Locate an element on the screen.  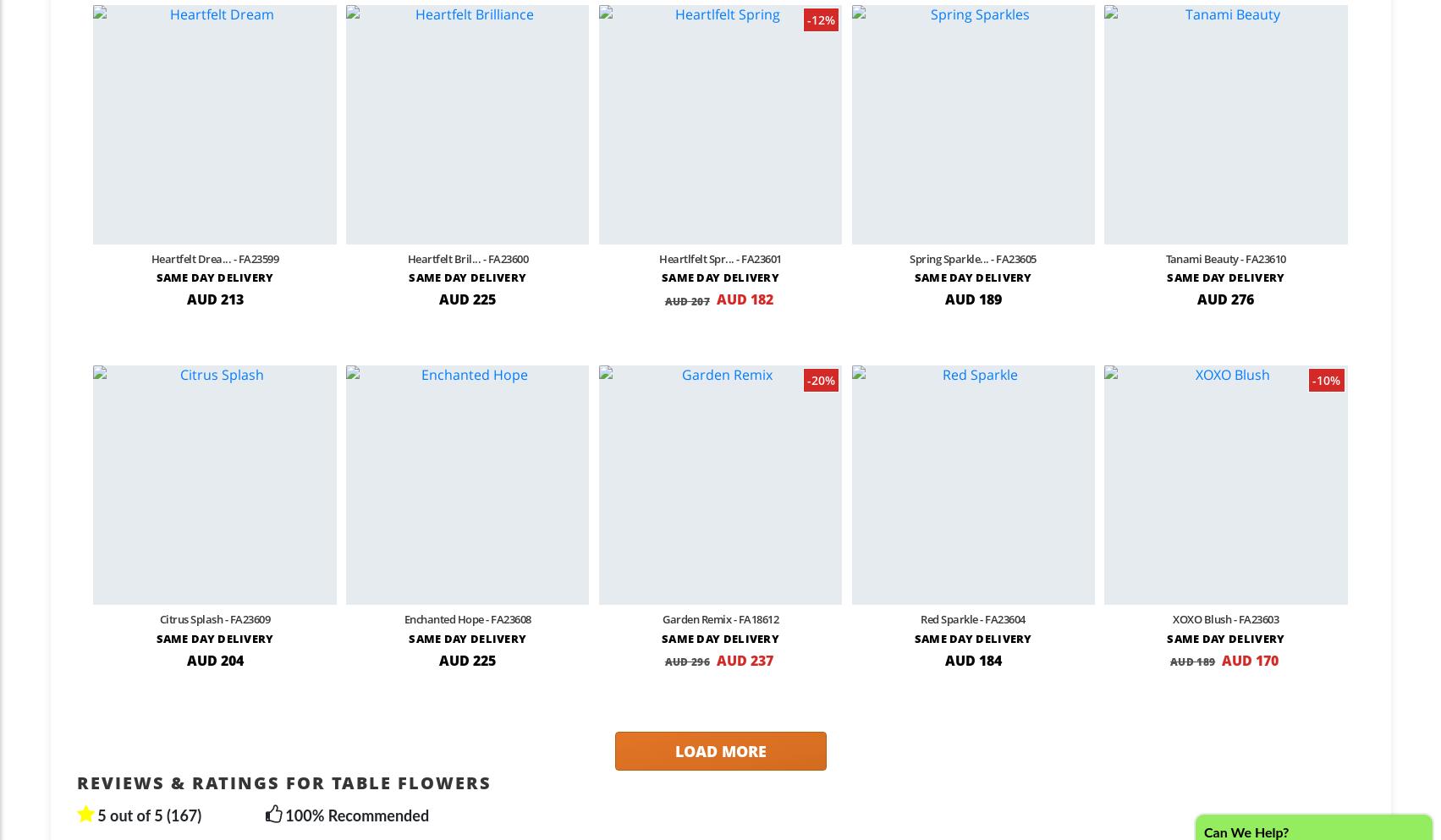
'-20%' is located at coordinates (820, 380).